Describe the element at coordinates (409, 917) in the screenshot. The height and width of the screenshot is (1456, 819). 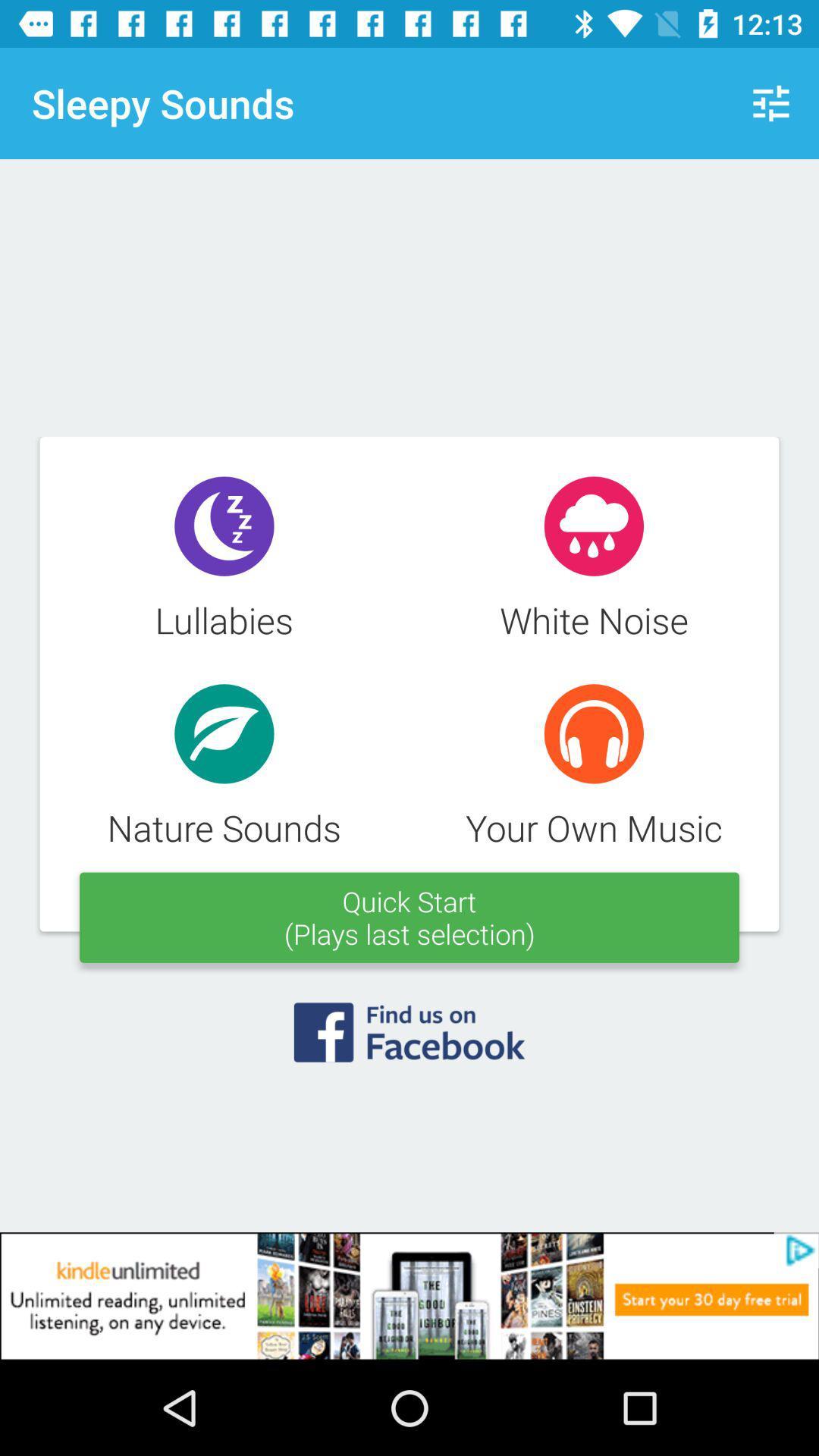
I see `the text which says quick start` at that location.